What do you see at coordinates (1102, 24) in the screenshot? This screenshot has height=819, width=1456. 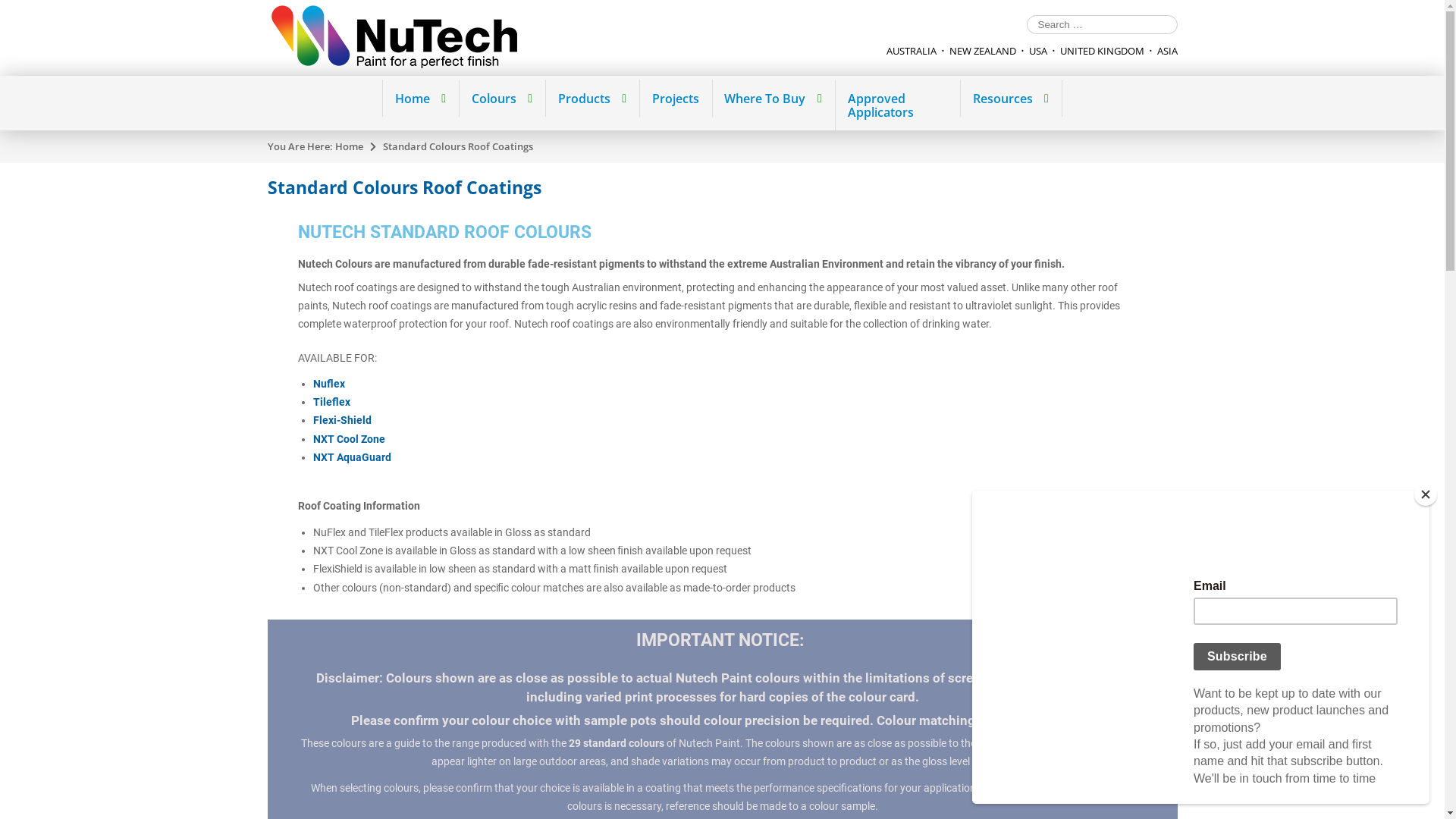 I see `'Search for:'` at bounding box center [1102, 24].